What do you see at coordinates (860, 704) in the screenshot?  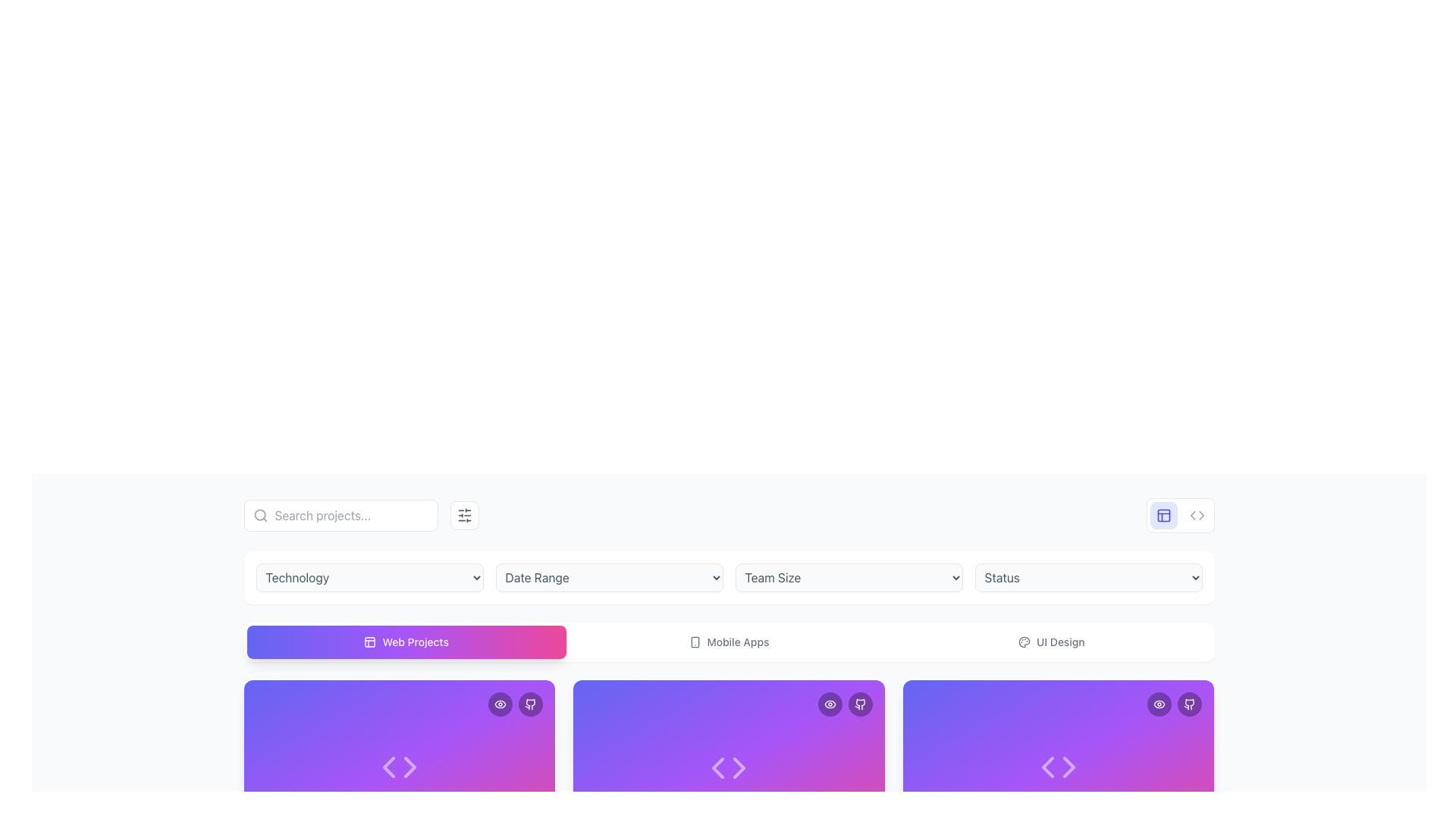 I see `the GitHub icon, which is a small black and white SVG-style icon located within a rounded button at the top-right corner of a card-like structure` at bounding box center [860, 704].